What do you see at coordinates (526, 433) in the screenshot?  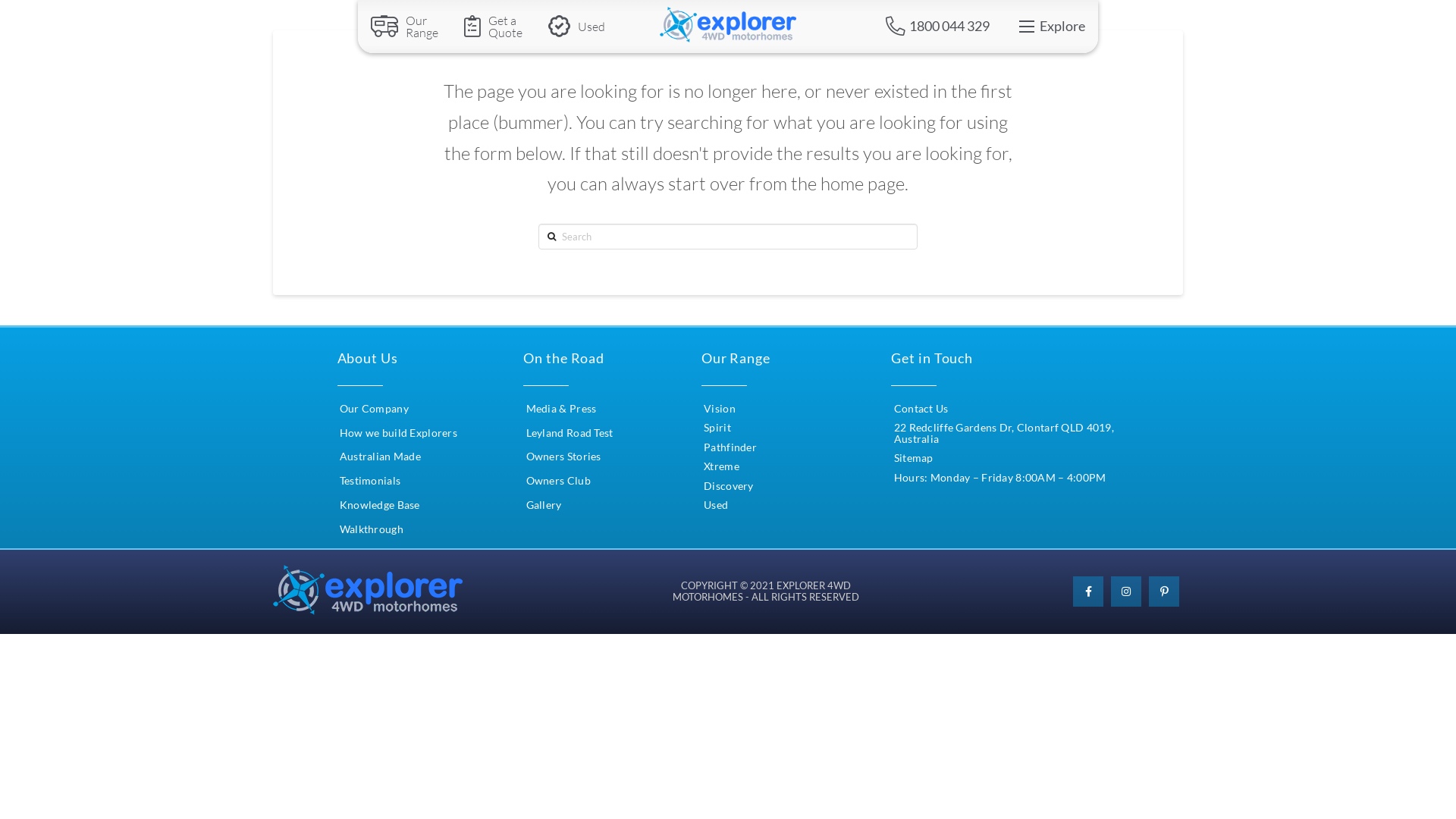 I see `'Leyland Road Test'` at bounding box center [526, 433].